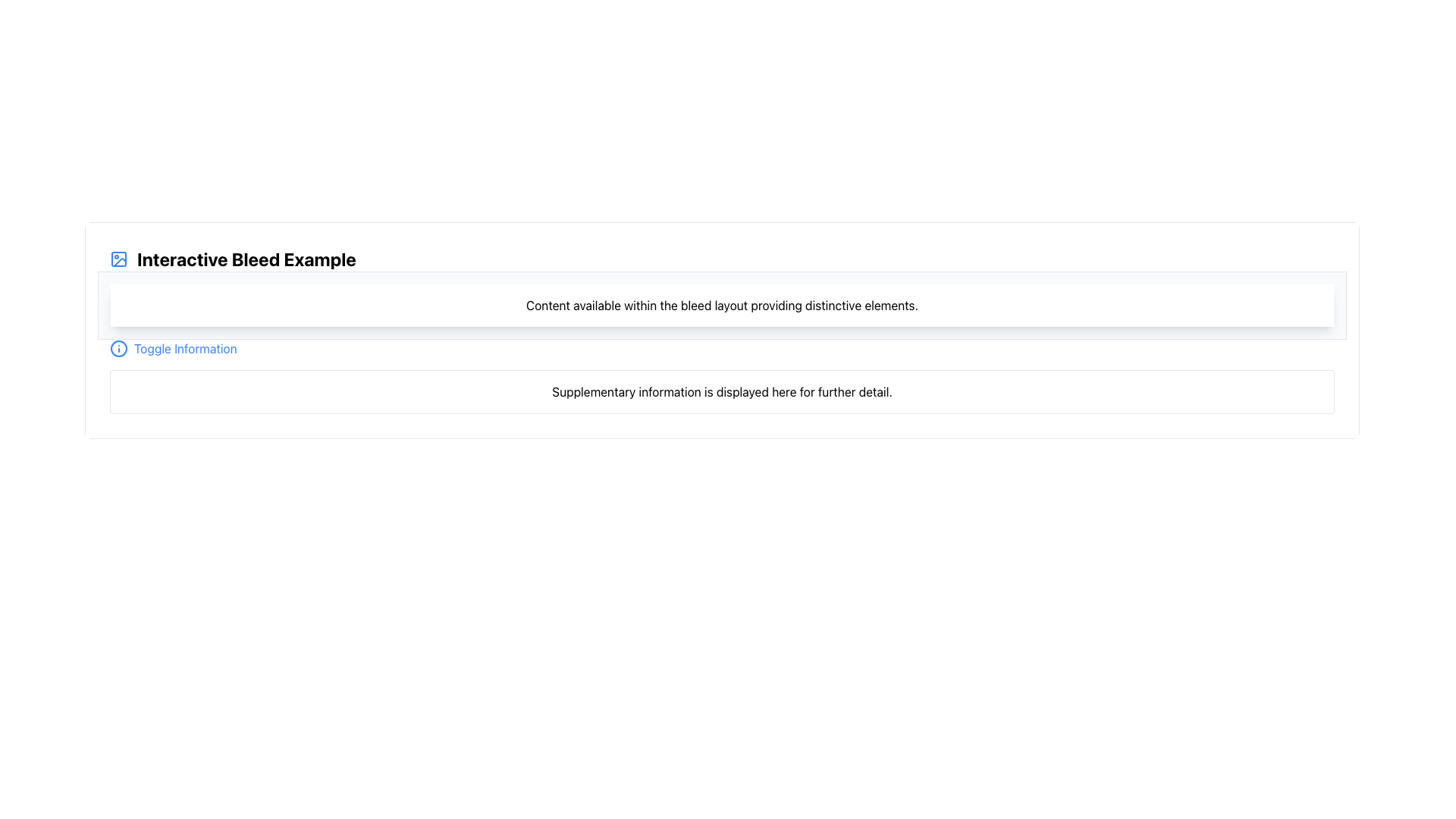 Image resolution: width=1456 pixels, height=819 pixels. I want to click on the small blue square icon resembling a picture frame, positioned to the left of the 'Interactive Bleed Example' label, so click(118, 259).